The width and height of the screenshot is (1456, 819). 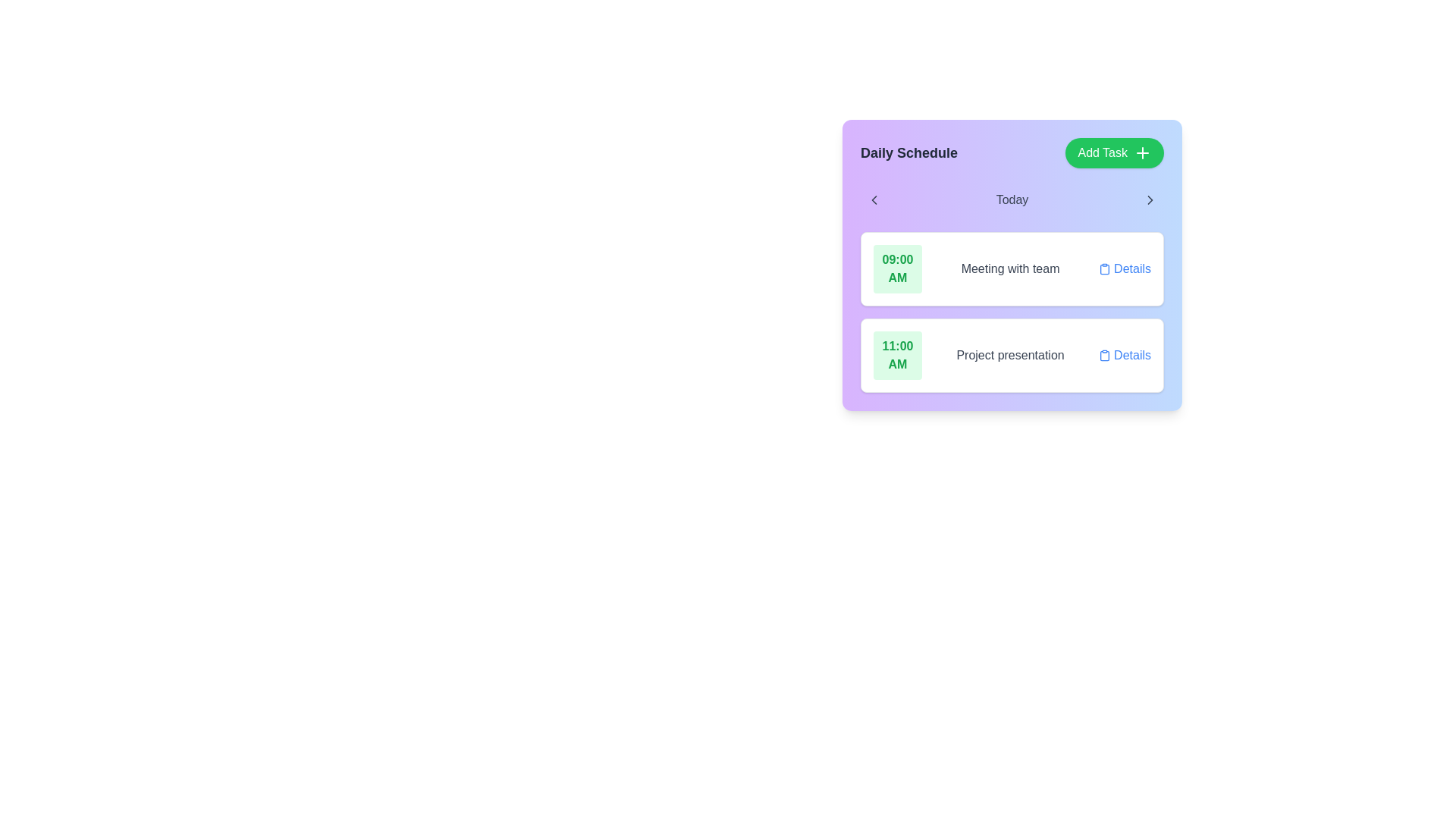 What do you see at coordinates (1150, 199) in the screenshot?
I see `the navigation icon located at the top right section of the 'Daily Schedule' component` at bounding box center [1150, 199].